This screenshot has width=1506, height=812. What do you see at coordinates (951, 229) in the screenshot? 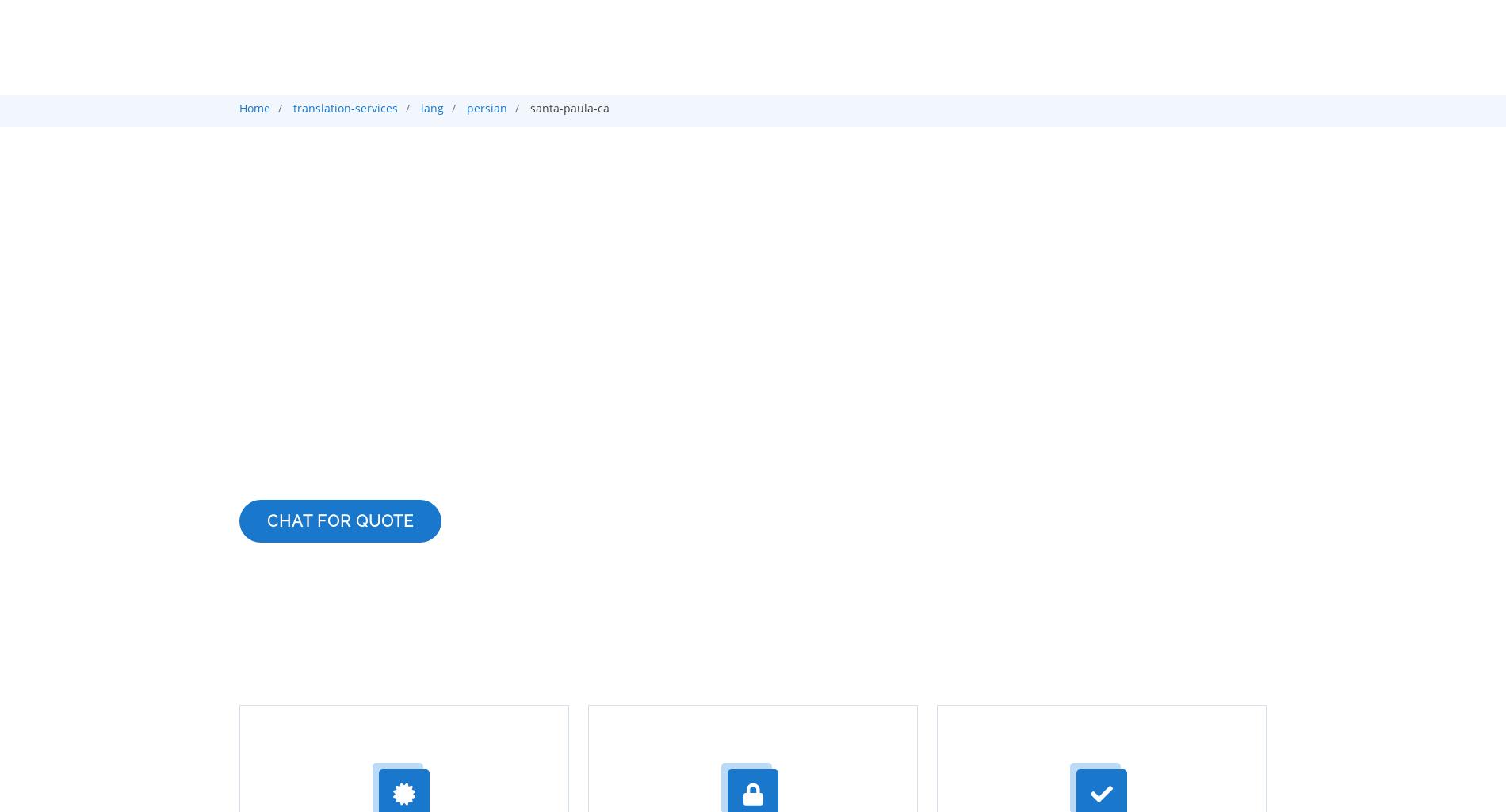
I see `'Voice Over'` at bounding box center [951, 229].